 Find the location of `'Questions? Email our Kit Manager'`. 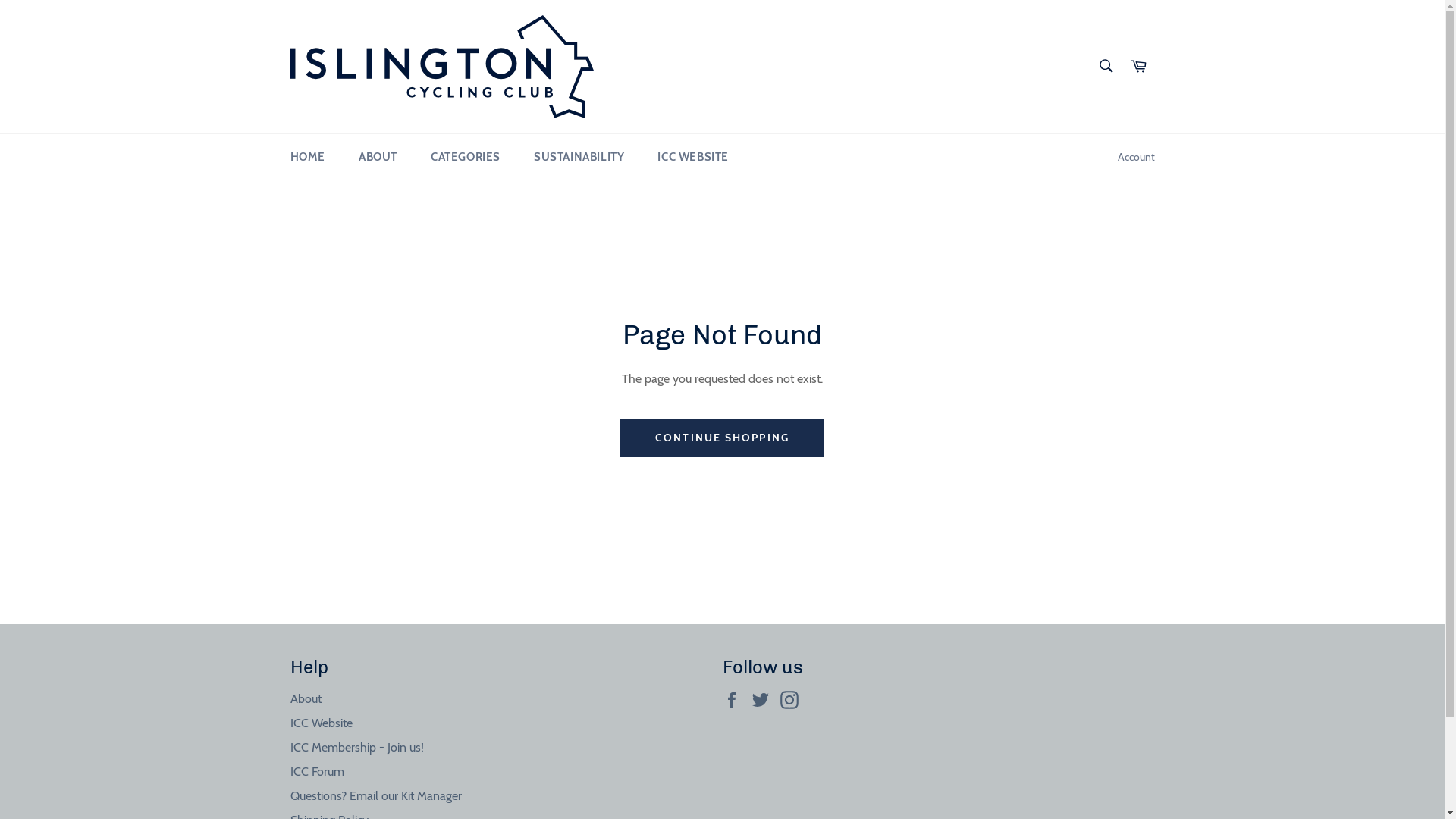

'Questions? Email our Kit Manager' is located at coordinates (375, 795).